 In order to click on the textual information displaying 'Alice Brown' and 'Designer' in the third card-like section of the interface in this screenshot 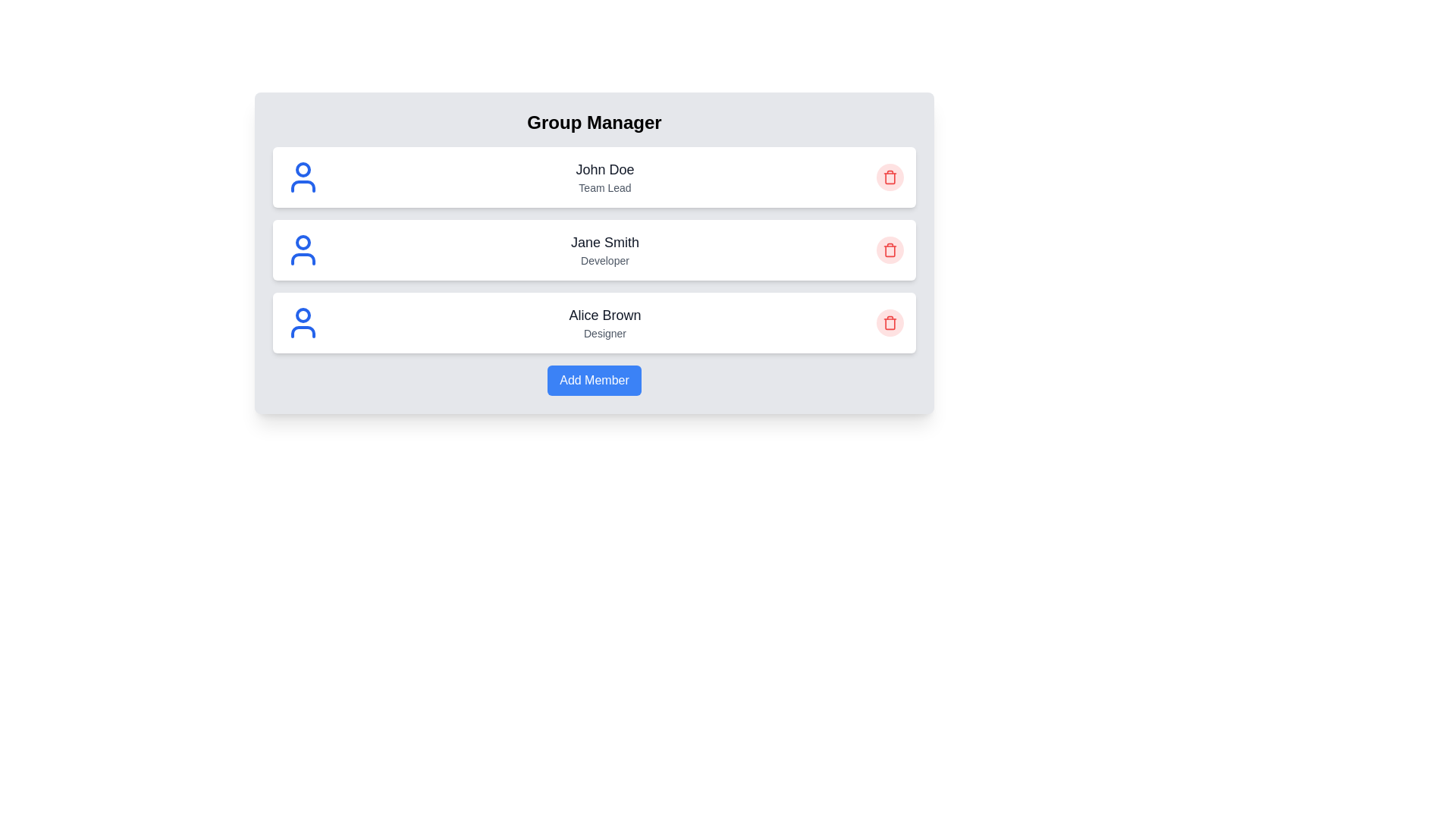, I will do `click(604, 322)`.